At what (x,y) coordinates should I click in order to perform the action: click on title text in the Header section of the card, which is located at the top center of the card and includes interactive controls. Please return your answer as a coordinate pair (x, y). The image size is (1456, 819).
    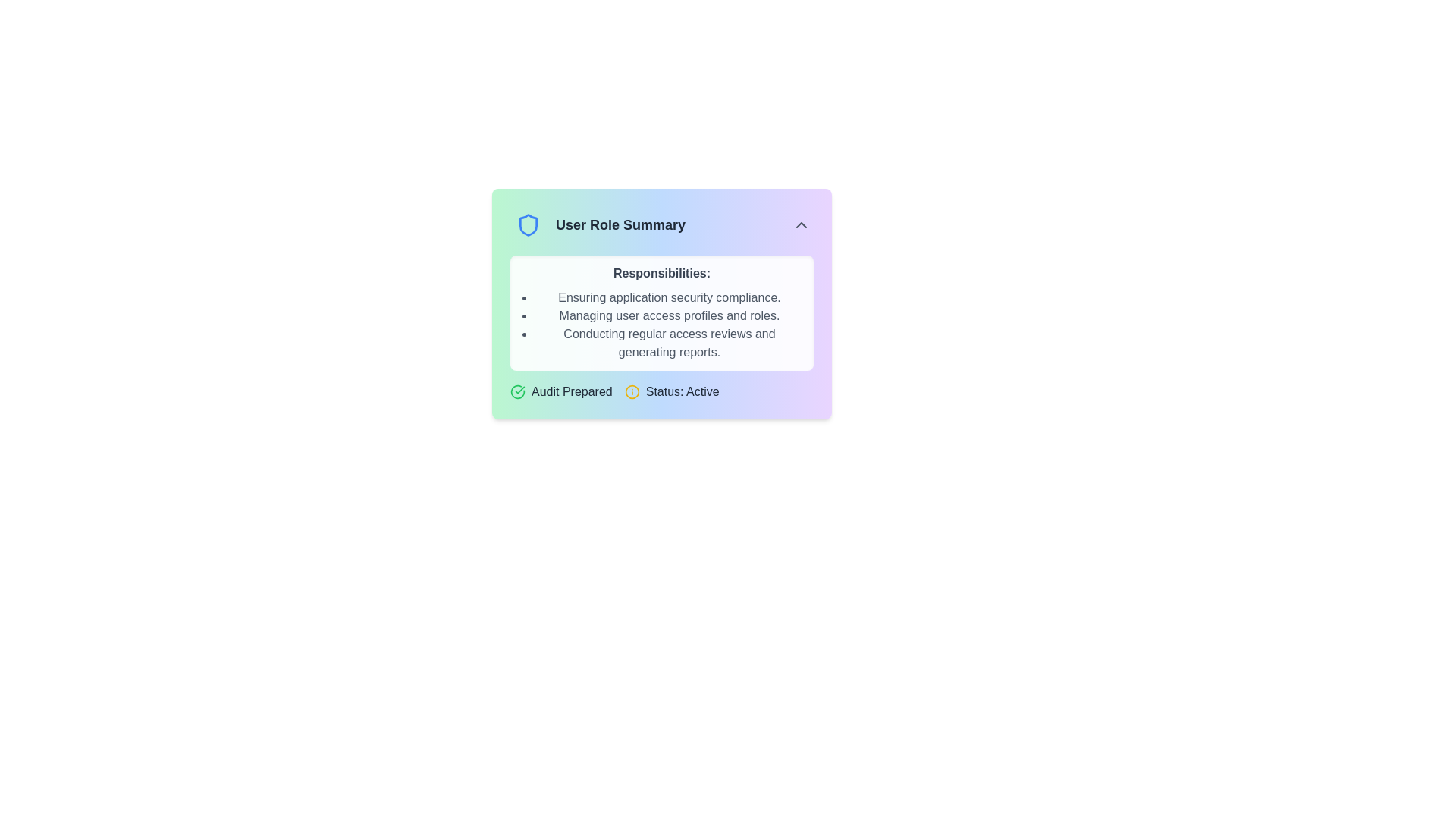
    Looking at the image, I should click on (662, 225).